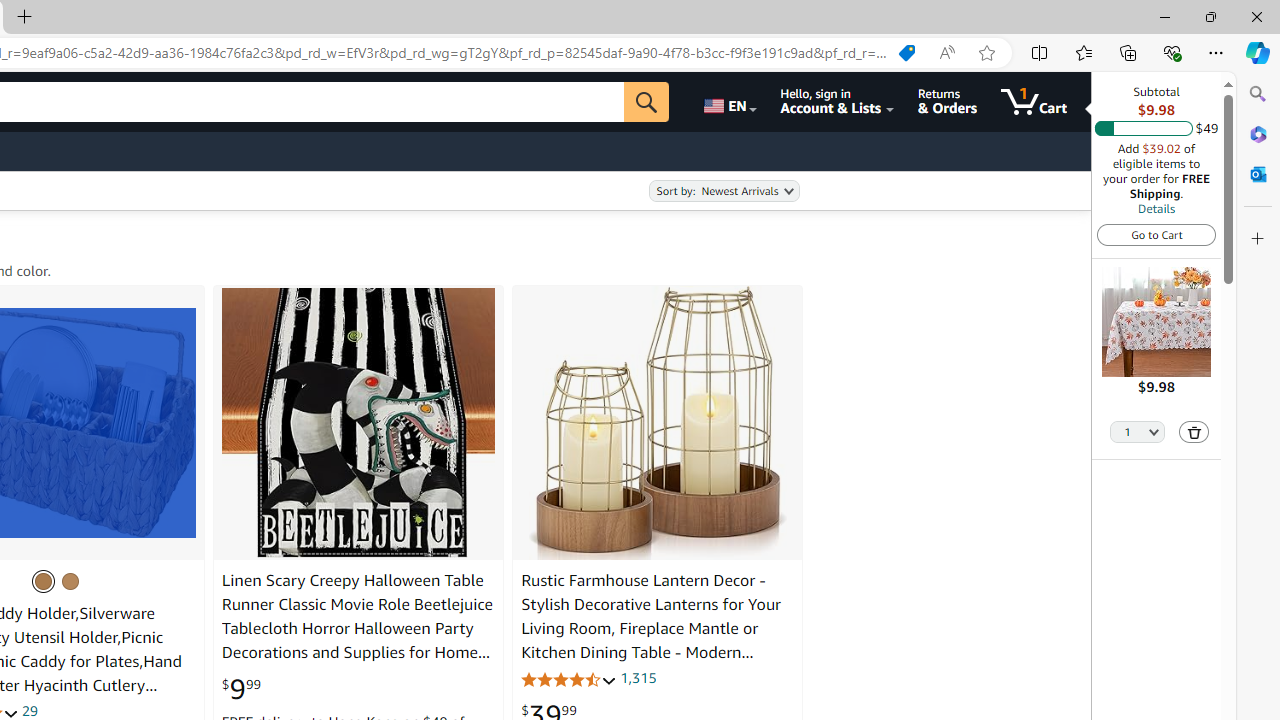 This screenshot has width=1280, height=720. What do you see at coordinates (722, 191) in the screenshot?
I see `'Sort by:'` at bounding box center [722, 191].